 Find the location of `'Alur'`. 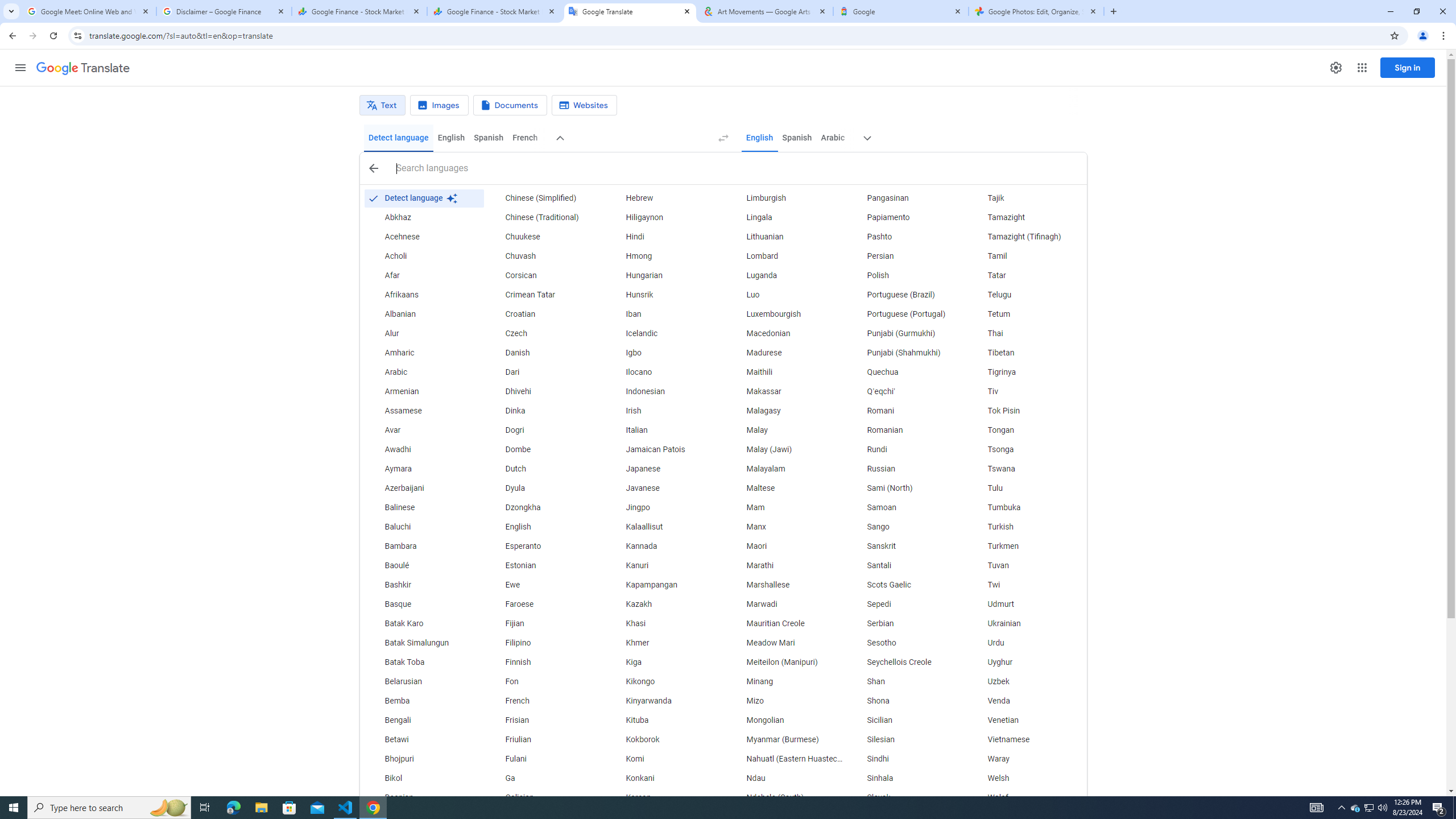

'Alur' is located at coordinates (423, 333).